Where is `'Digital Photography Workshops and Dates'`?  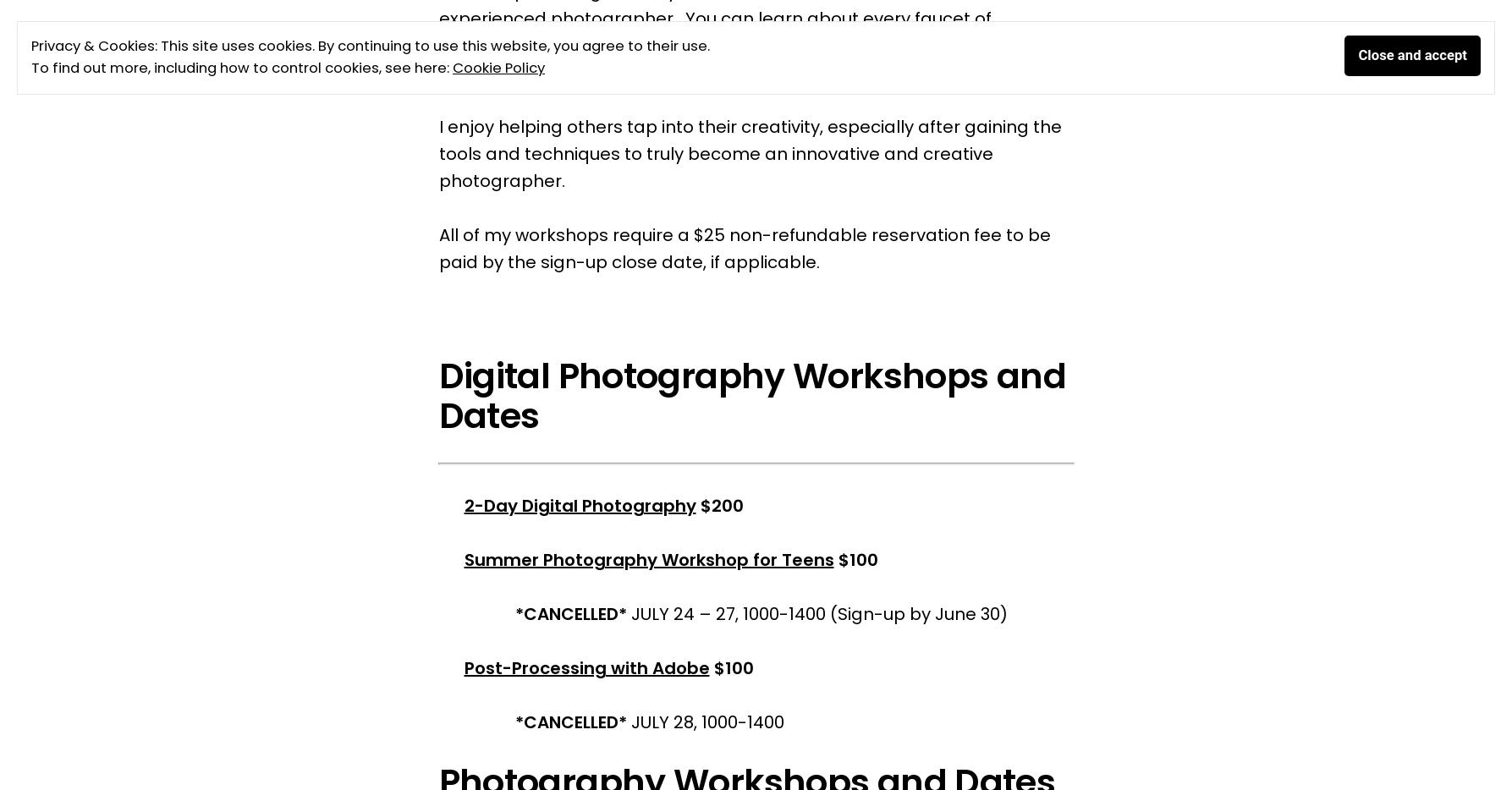
'Digital Photography Workshops and Dates' is located at coordinates (751, 395).